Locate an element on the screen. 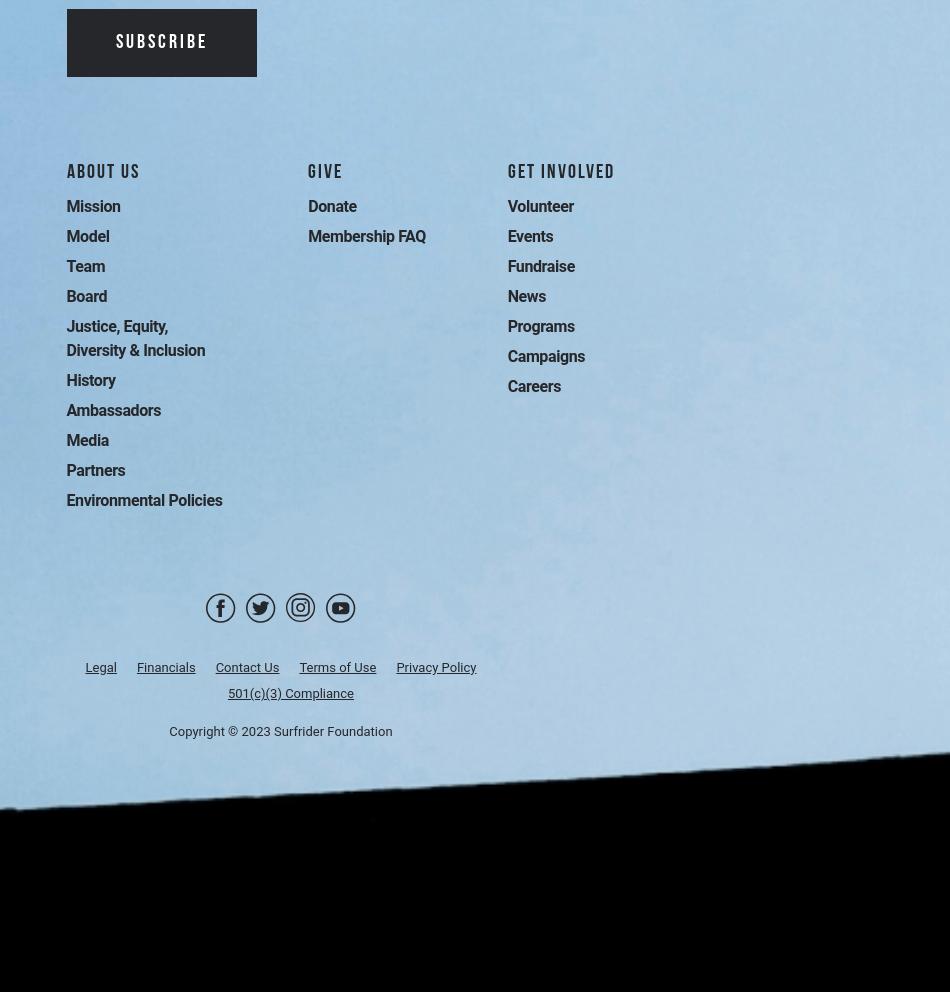 Image resolution: width=950 pixels, height=992 pixels. 'Terms of Use' is located at coordinates (336, 666).